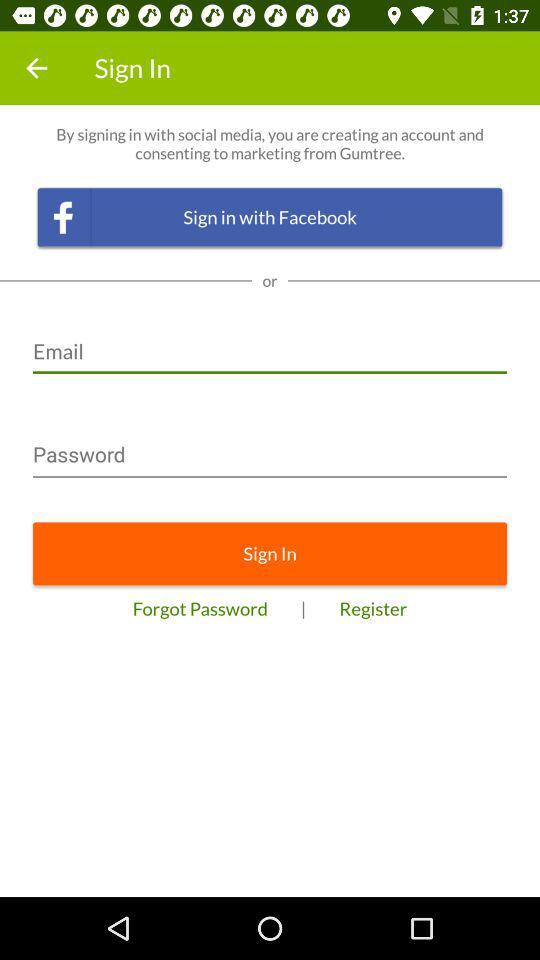 This screenshot has width=540, height=960. I want to click on item above by signing in item, so click(36, 68).